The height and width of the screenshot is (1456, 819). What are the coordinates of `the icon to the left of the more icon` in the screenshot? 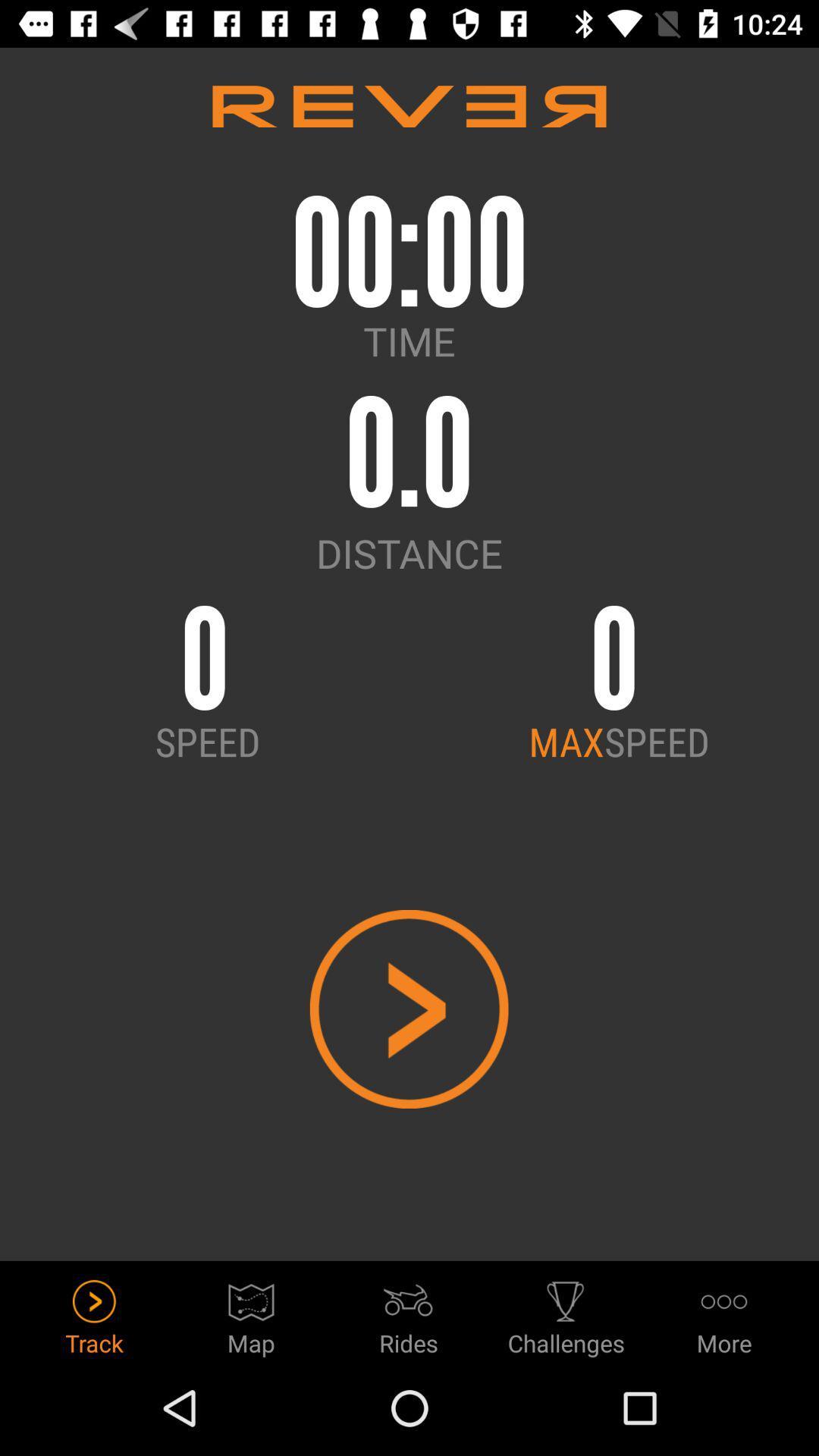 It's located at (566, 1313).